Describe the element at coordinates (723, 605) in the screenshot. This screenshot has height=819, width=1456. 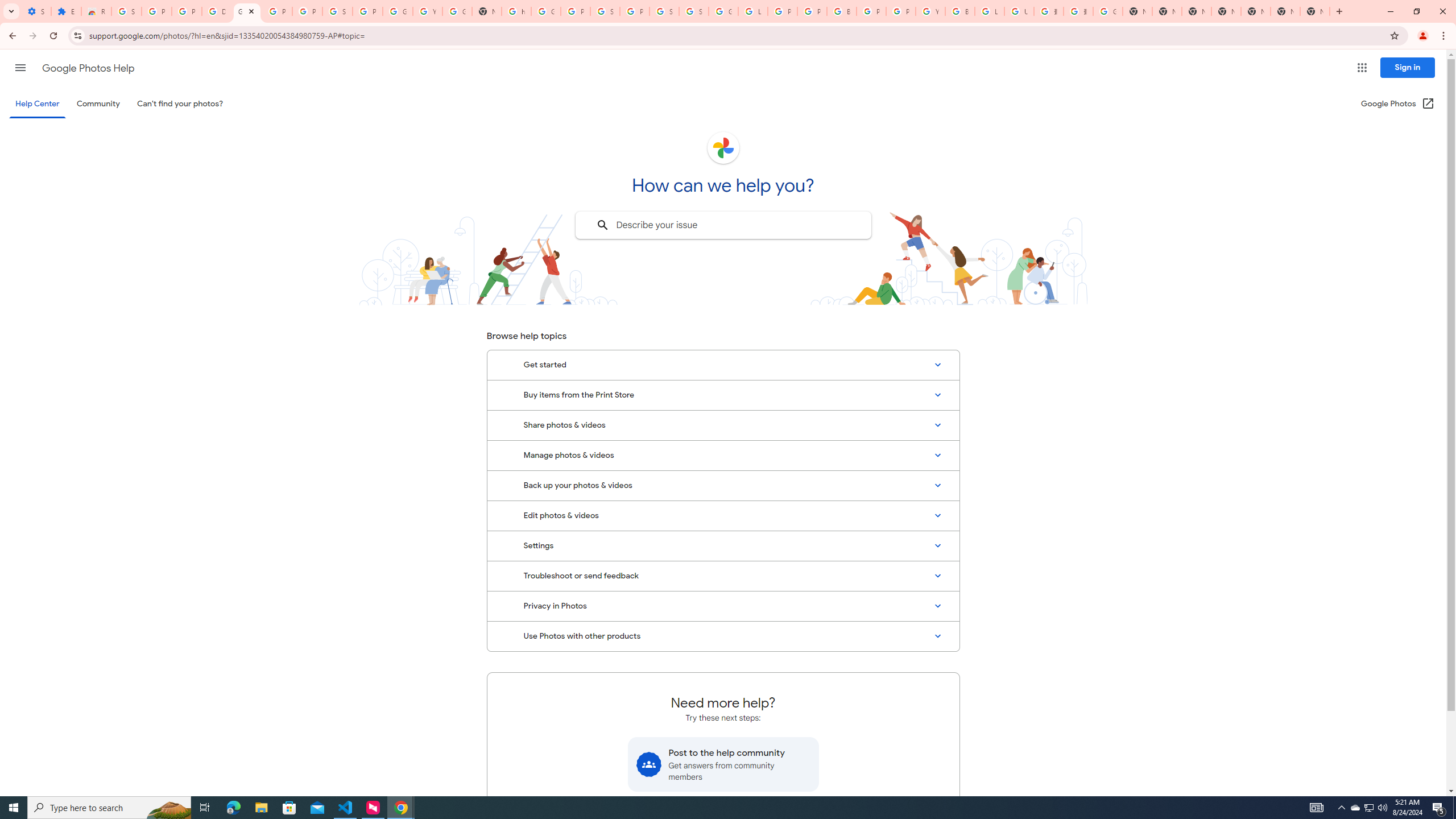
I see `'Privacy in Photos'` at that location.